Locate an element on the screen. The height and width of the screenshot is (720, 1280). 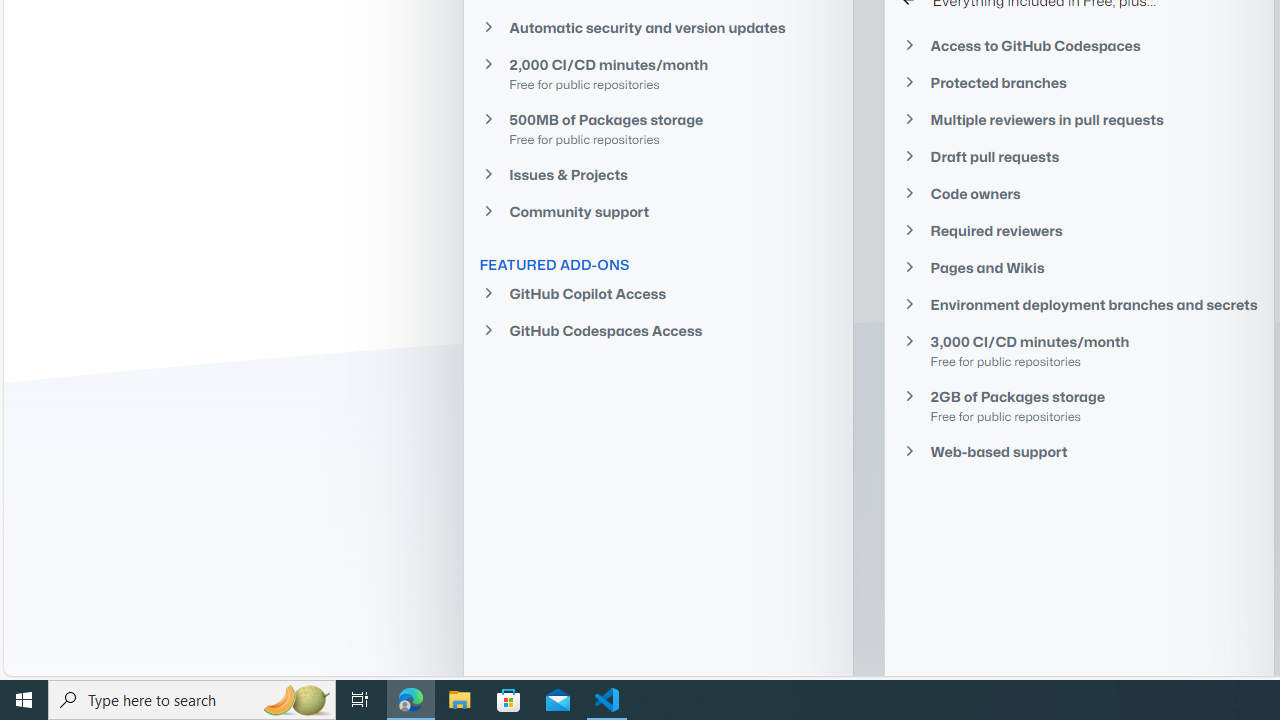
'Access to GitHub Codespaces' is located at coordinates (1078, 45).